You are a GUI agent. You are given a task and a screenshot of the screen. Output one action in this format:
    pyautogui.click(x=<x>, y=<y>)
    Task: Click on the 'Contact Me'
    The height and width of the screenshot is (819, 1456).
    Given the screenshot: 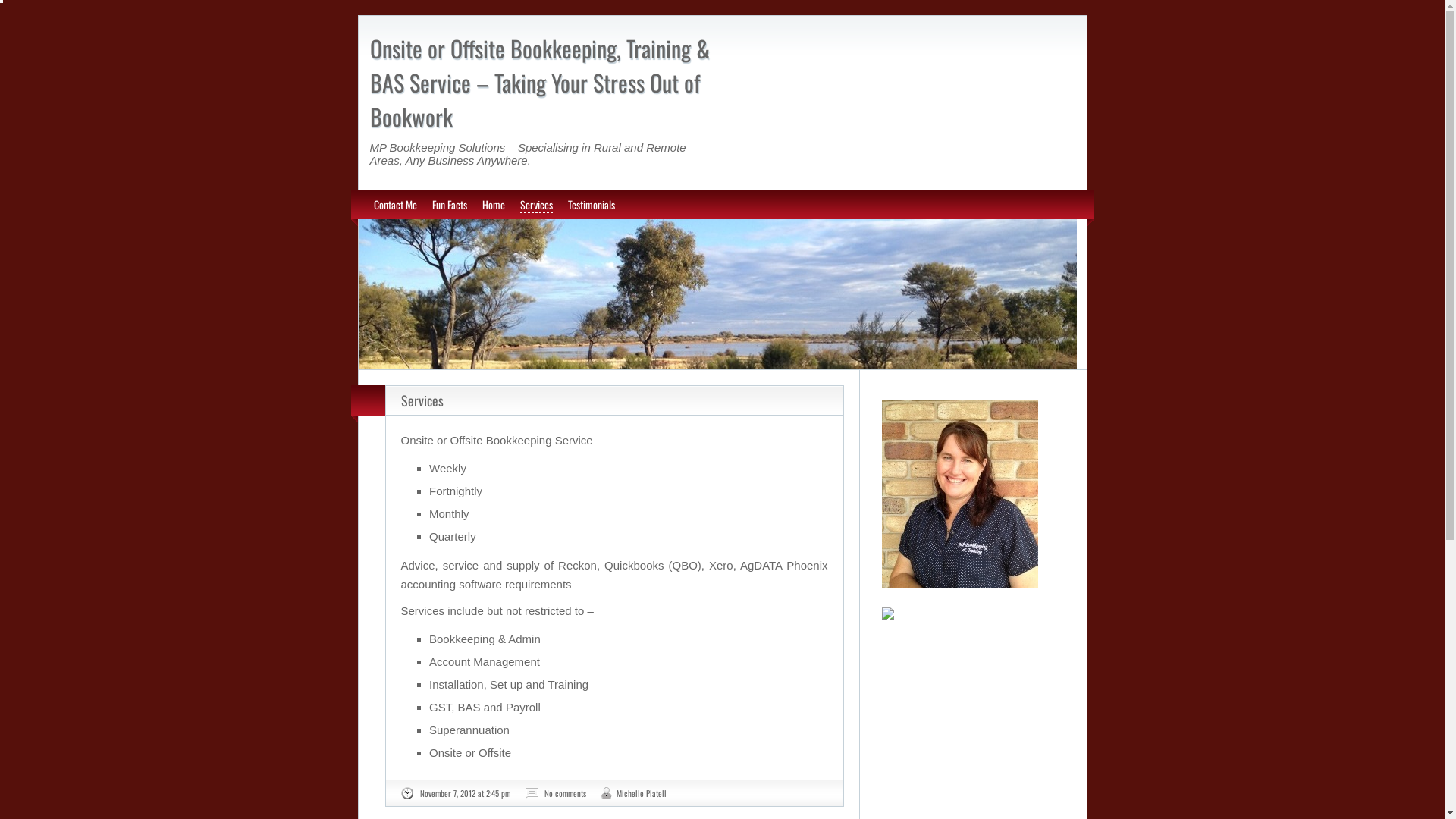 What is the action you would take?
    pyautogui.click(x=394, y=203)
    